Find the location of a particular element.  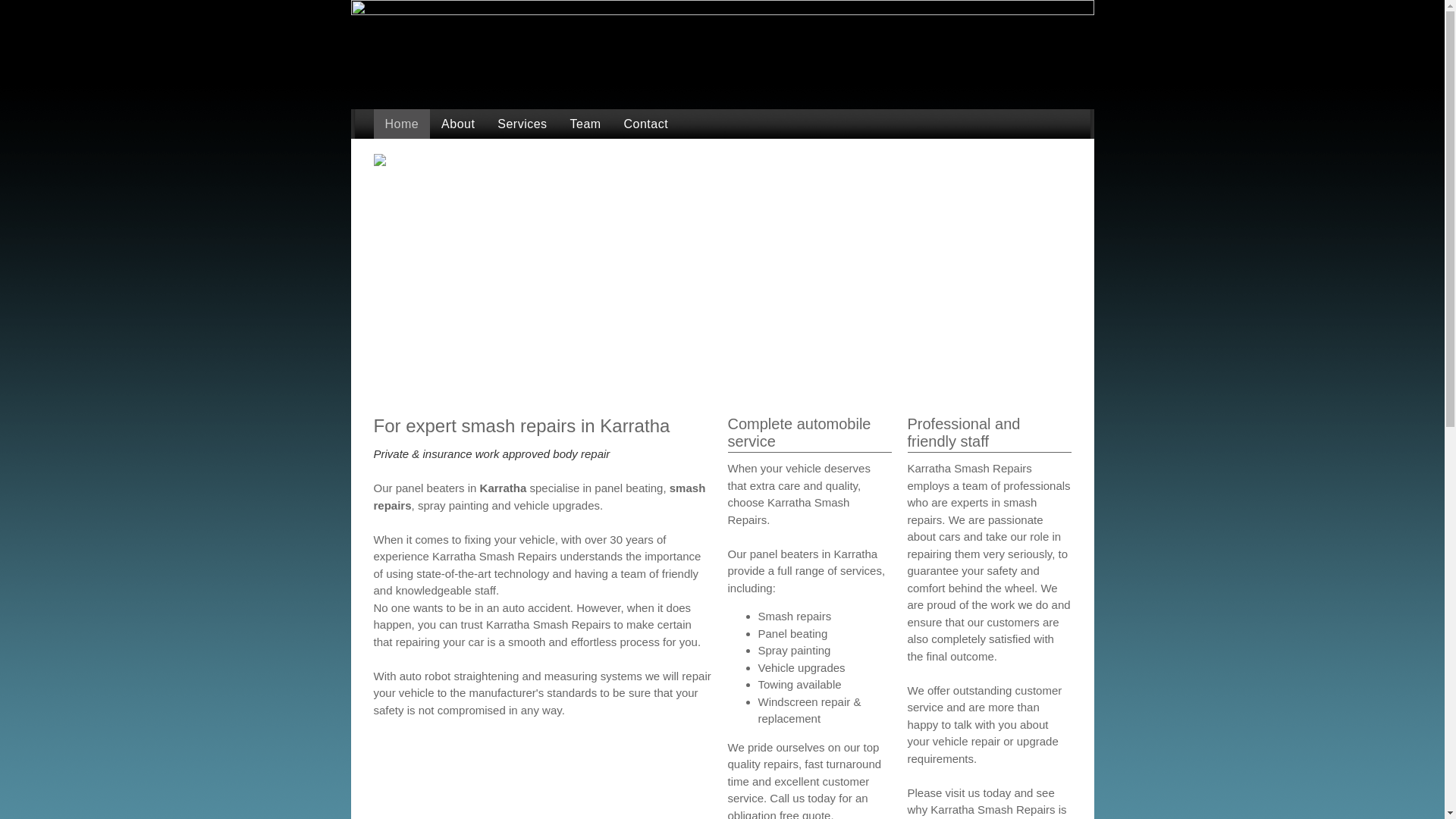

'About' is located at coordinates (457, 124).